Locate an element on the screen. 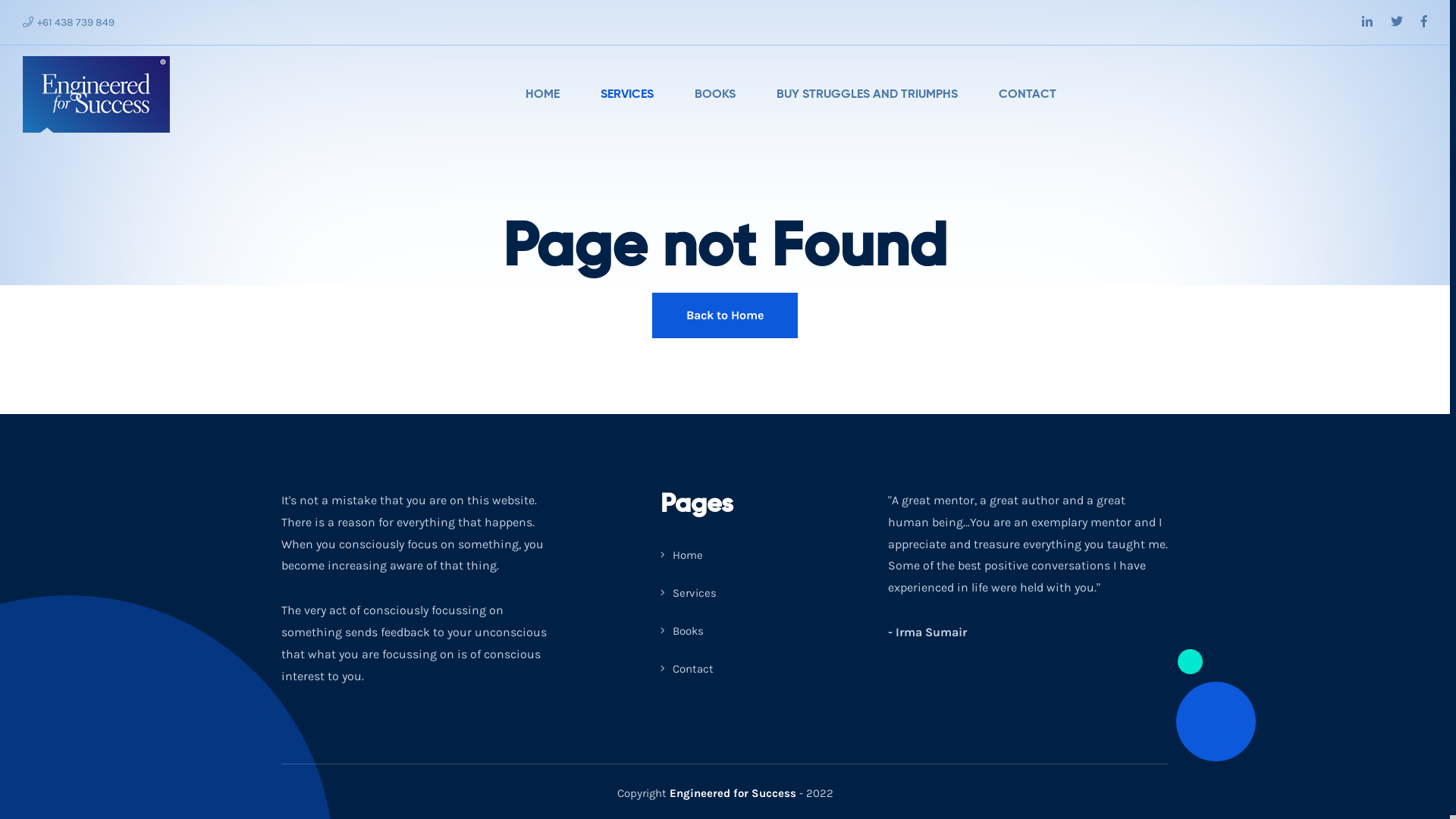 This screenshot has height=819, width=1456. 'Back to Home' is located at coordinates (723, 315).